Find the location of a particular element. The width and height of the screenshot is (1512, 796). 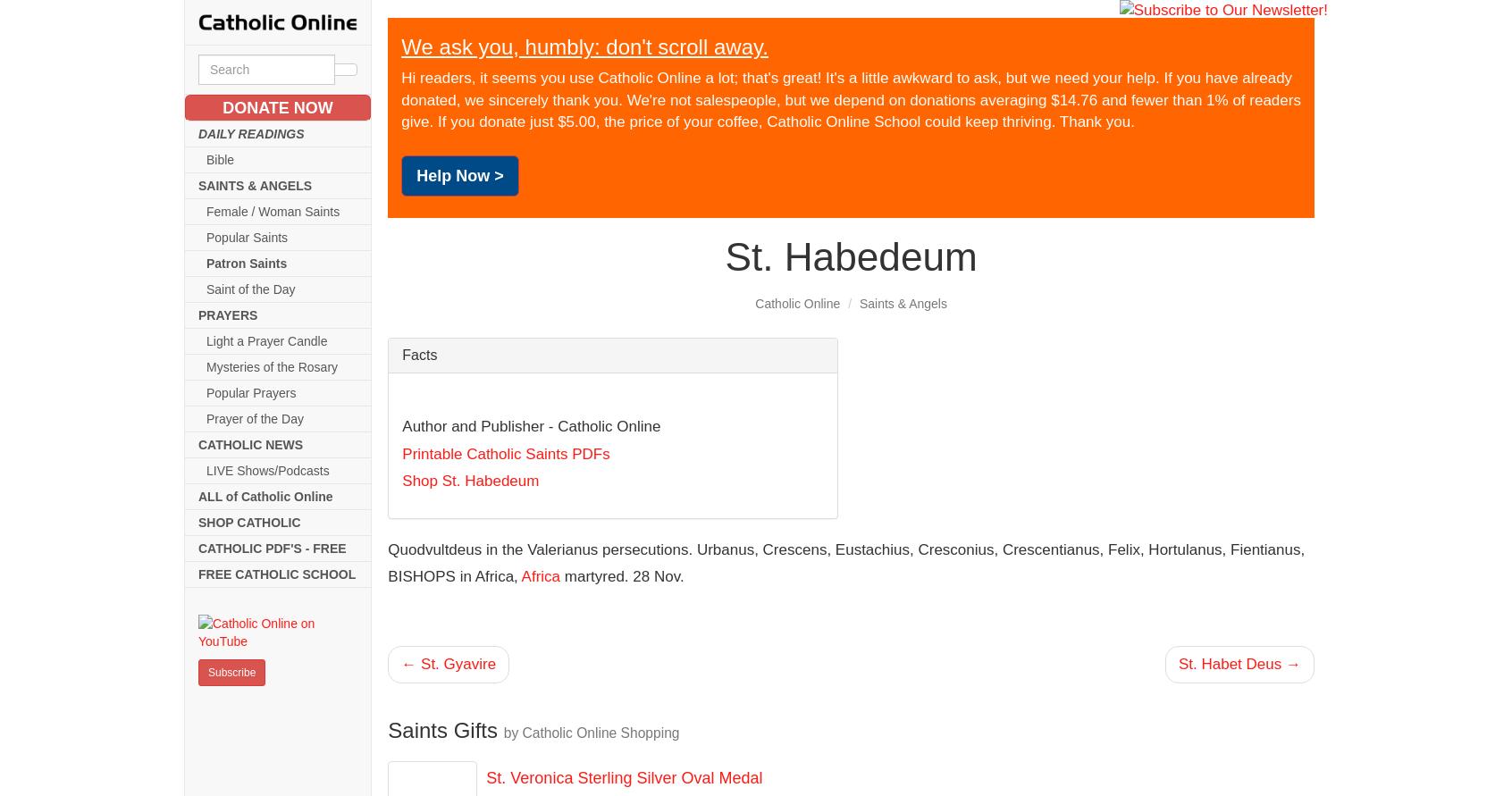

'We ask you, humbly: don't scroll away.' is located at coordinates (584, 46).